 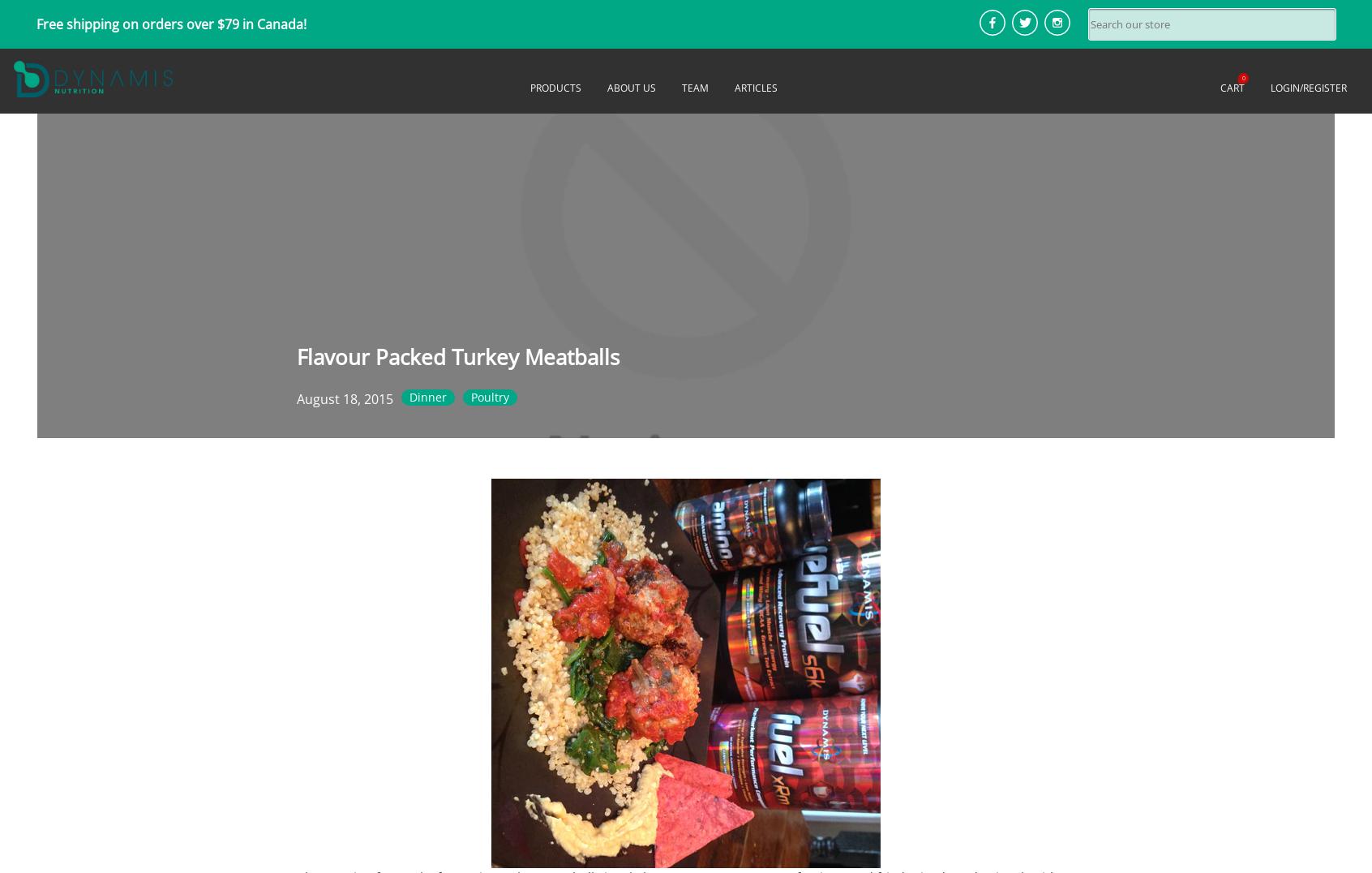 I want to click on 'Free shipping on orders over $79 in Canada!', so click(x=169, y=23).